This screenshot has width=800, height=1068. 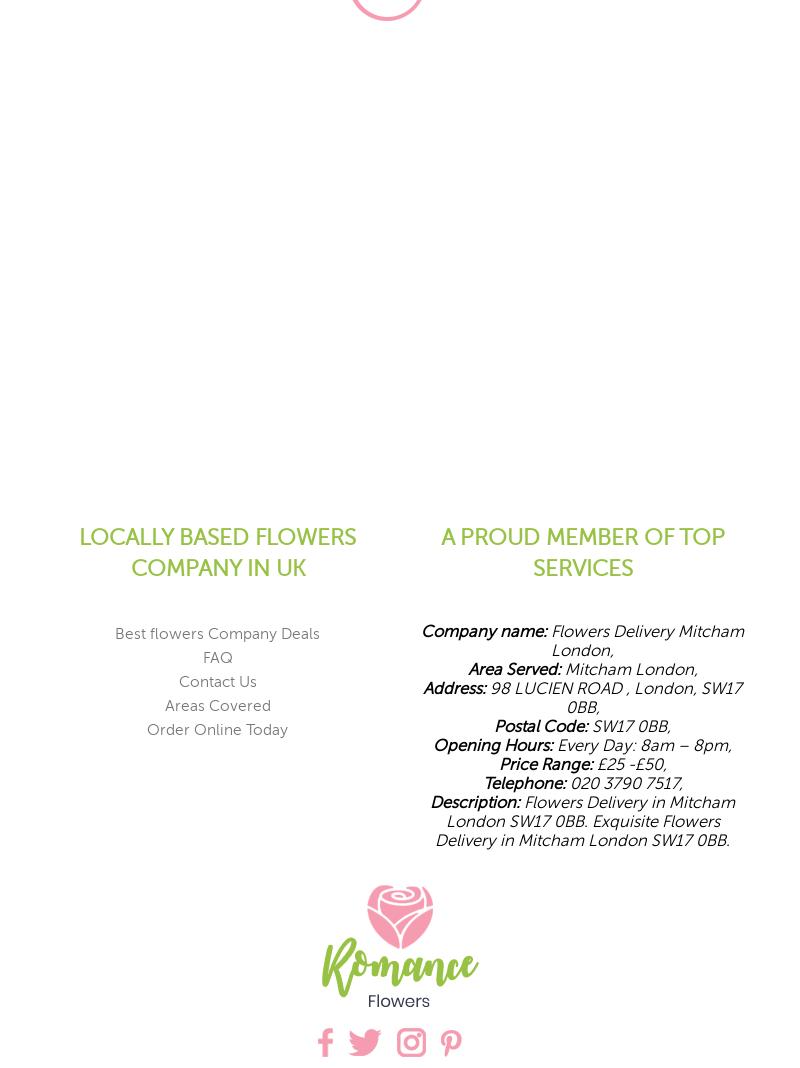 What do you see at coordinates (217, 632) in the screenshot?
I see `'Best flowers Company Deals'` at bounding box center [217, 632].